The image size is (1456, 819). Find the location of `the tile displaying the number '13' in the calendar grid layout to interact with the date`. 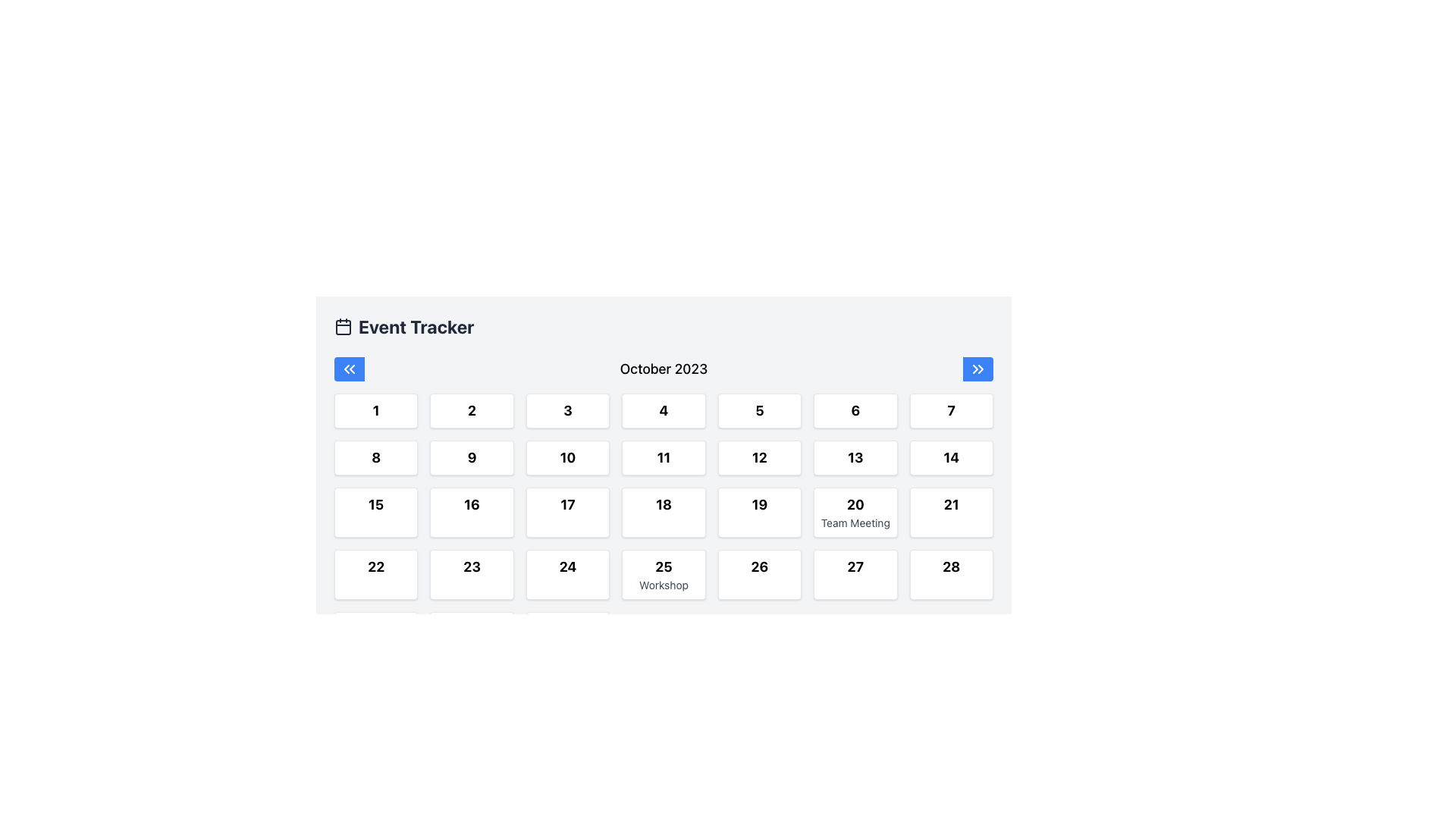

the tile displaying the number '13' in the calendar grid layout to interact with the date is located at coordinates (855, 457).